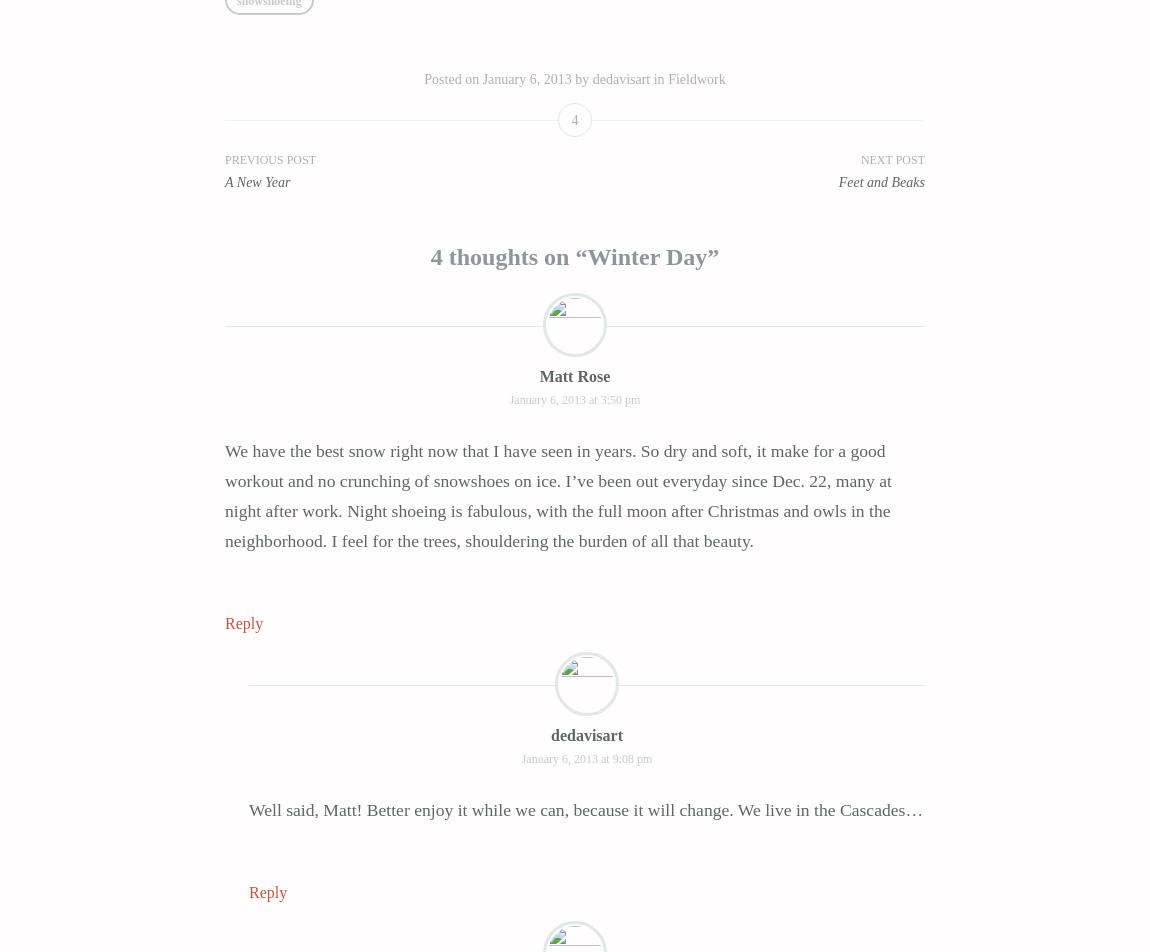 Image resolution: width=1150 pixels, height=952 pixels. I want to click on 'January 6, 2013 at 9:08 pm', so click(585, 757).